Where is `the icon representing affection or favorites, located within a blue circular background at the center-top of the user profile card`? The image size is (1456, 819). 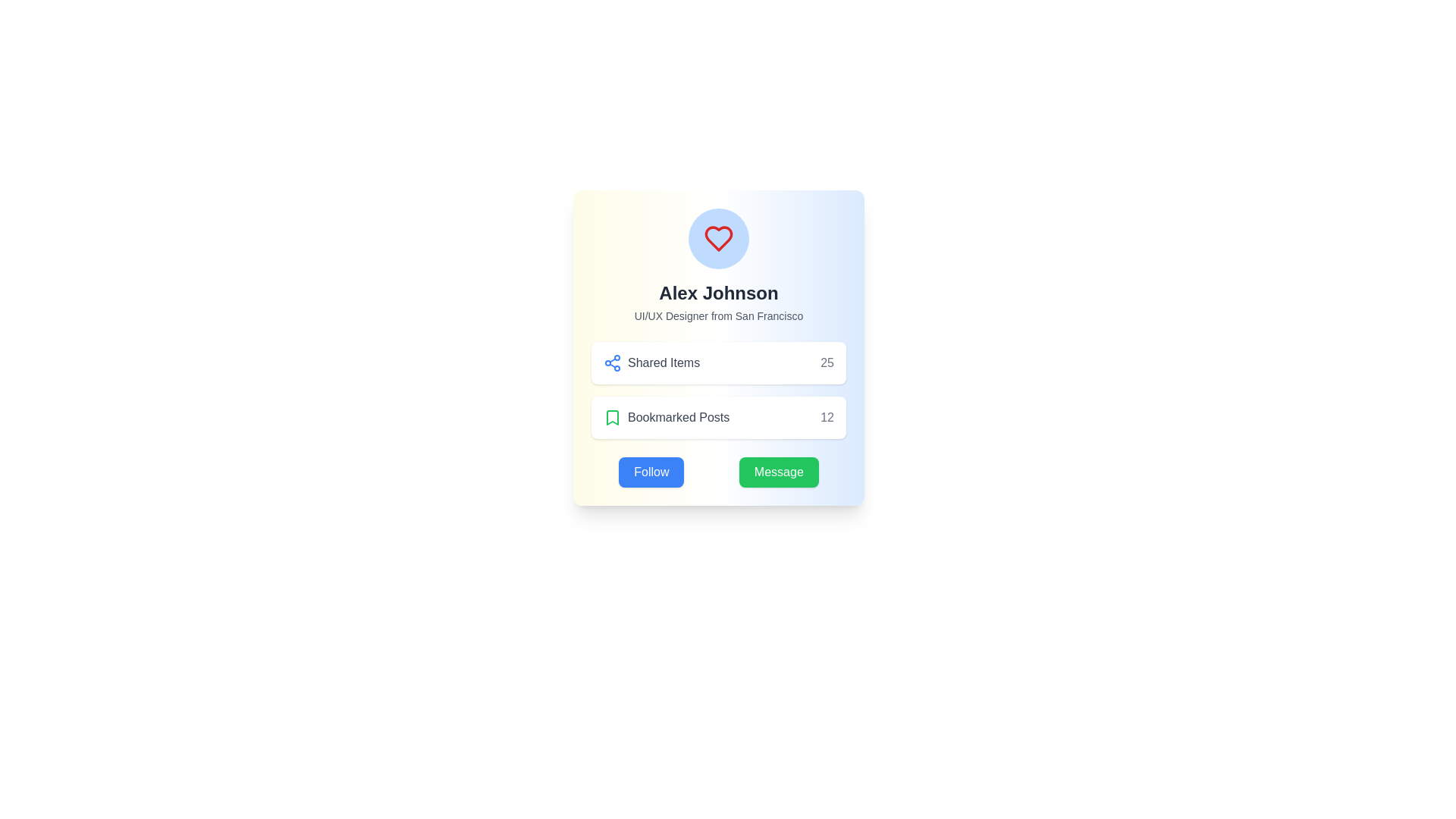 the icon representing affection or favorites, located within a blue circular background at the center-top of the user profile card is located at coordinates (718, 239).